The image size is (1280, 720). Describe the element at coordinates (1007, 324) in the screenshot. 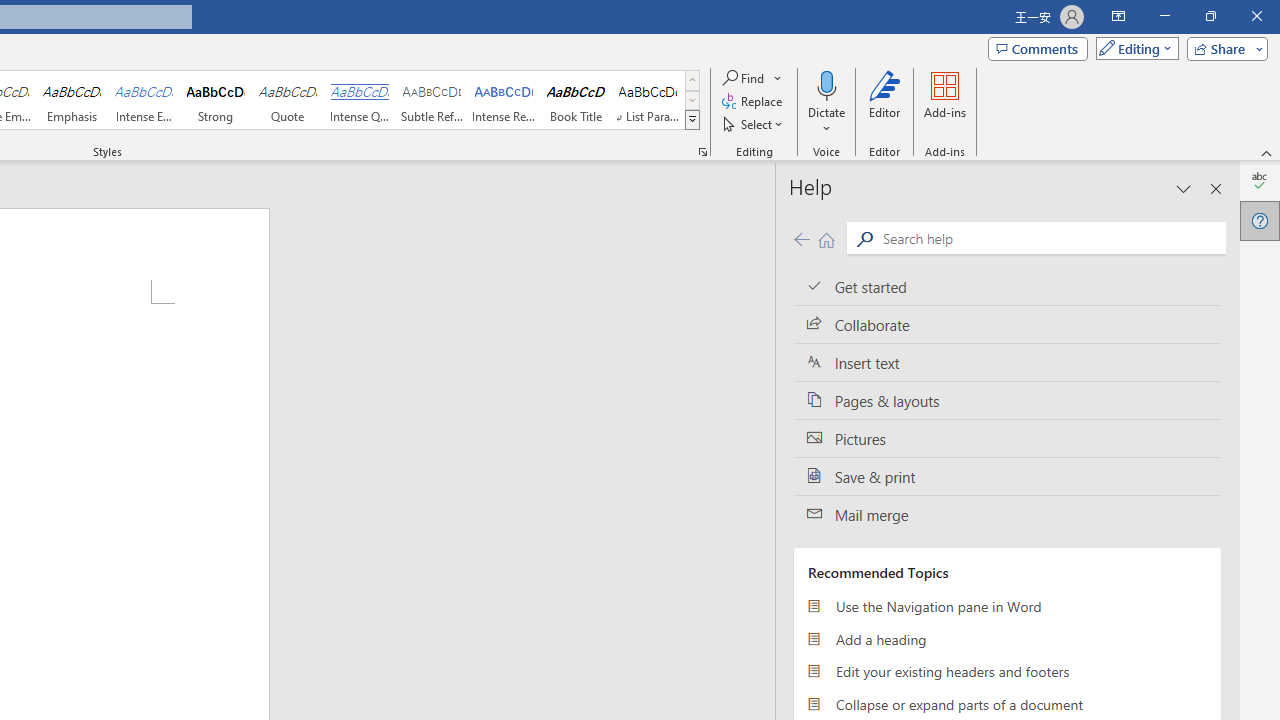

I see `'Collaborate'` at that location.